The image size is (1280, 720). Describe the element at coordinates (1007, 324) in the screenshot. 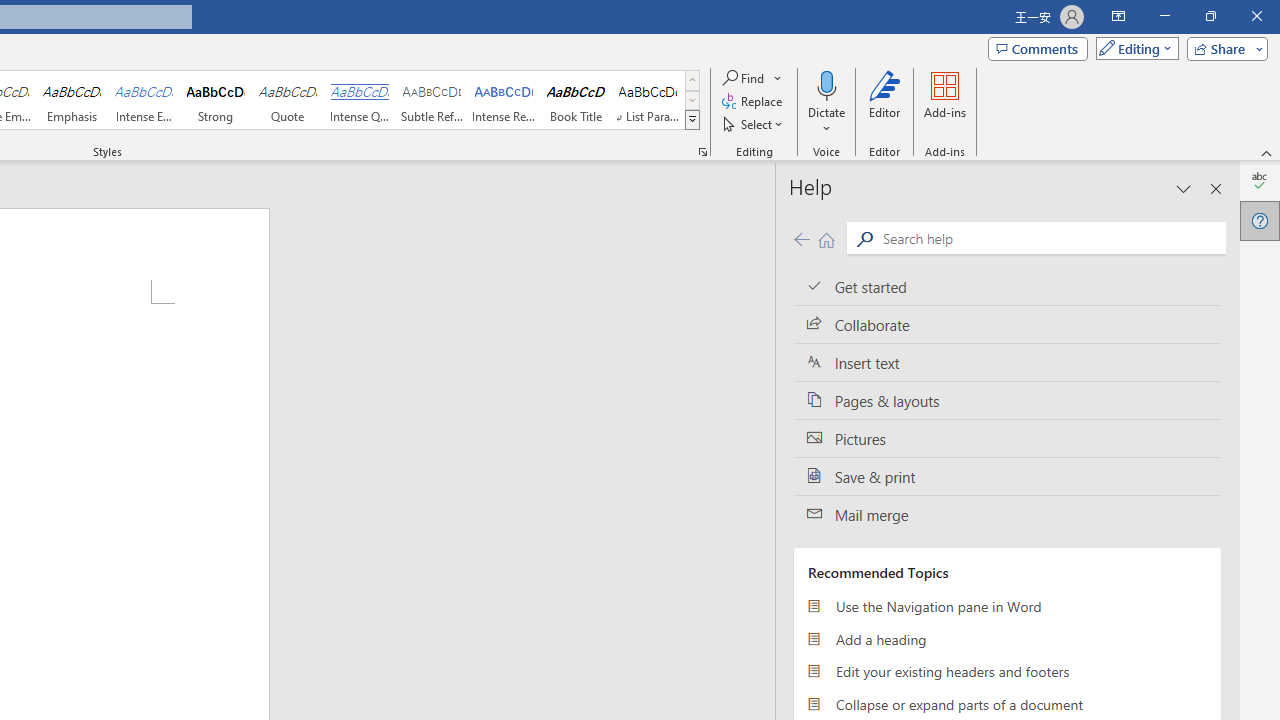

I see `'Collaborate'` at that location.